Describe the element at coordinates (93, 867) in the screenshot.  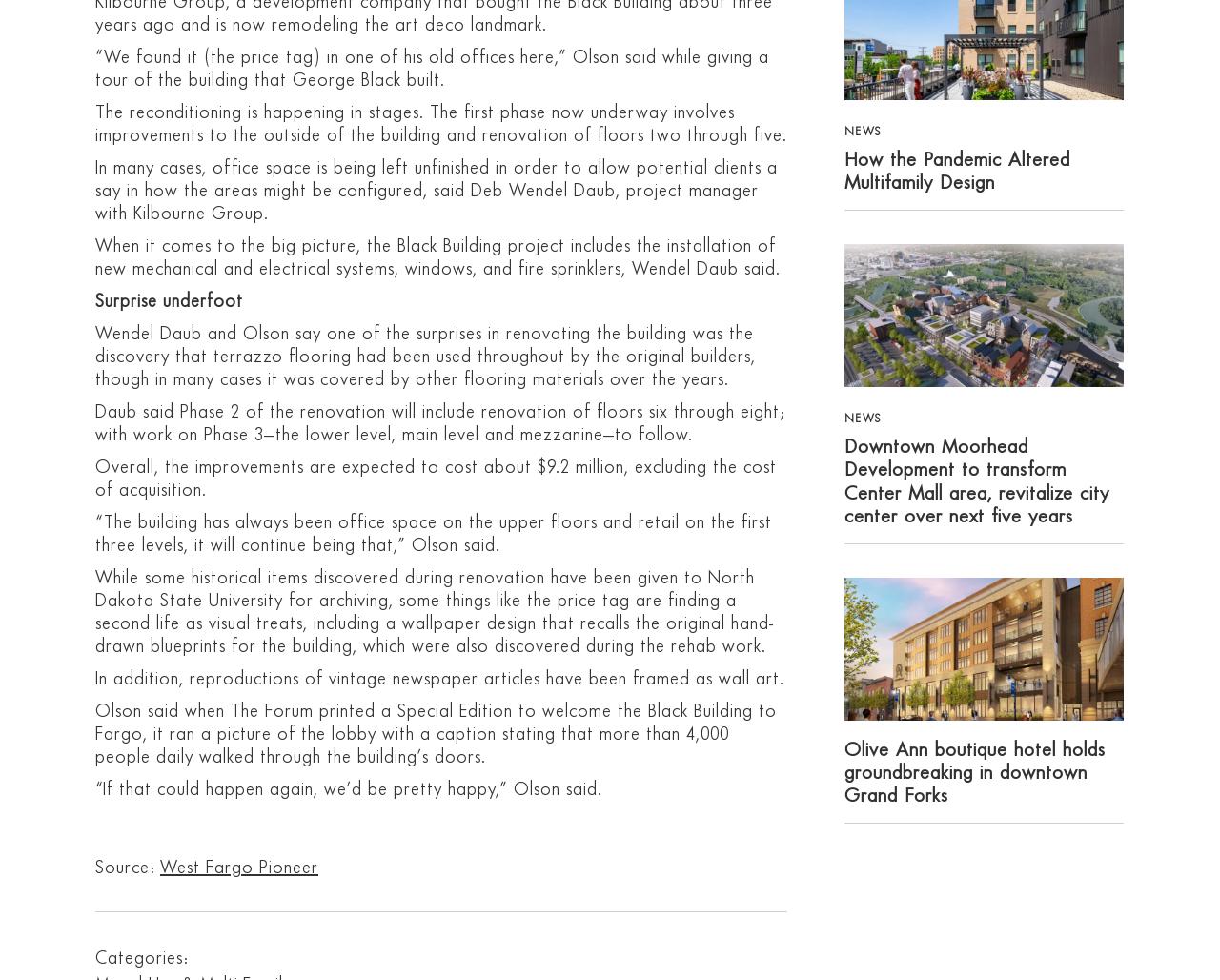
I see `'Source:'` at that location.